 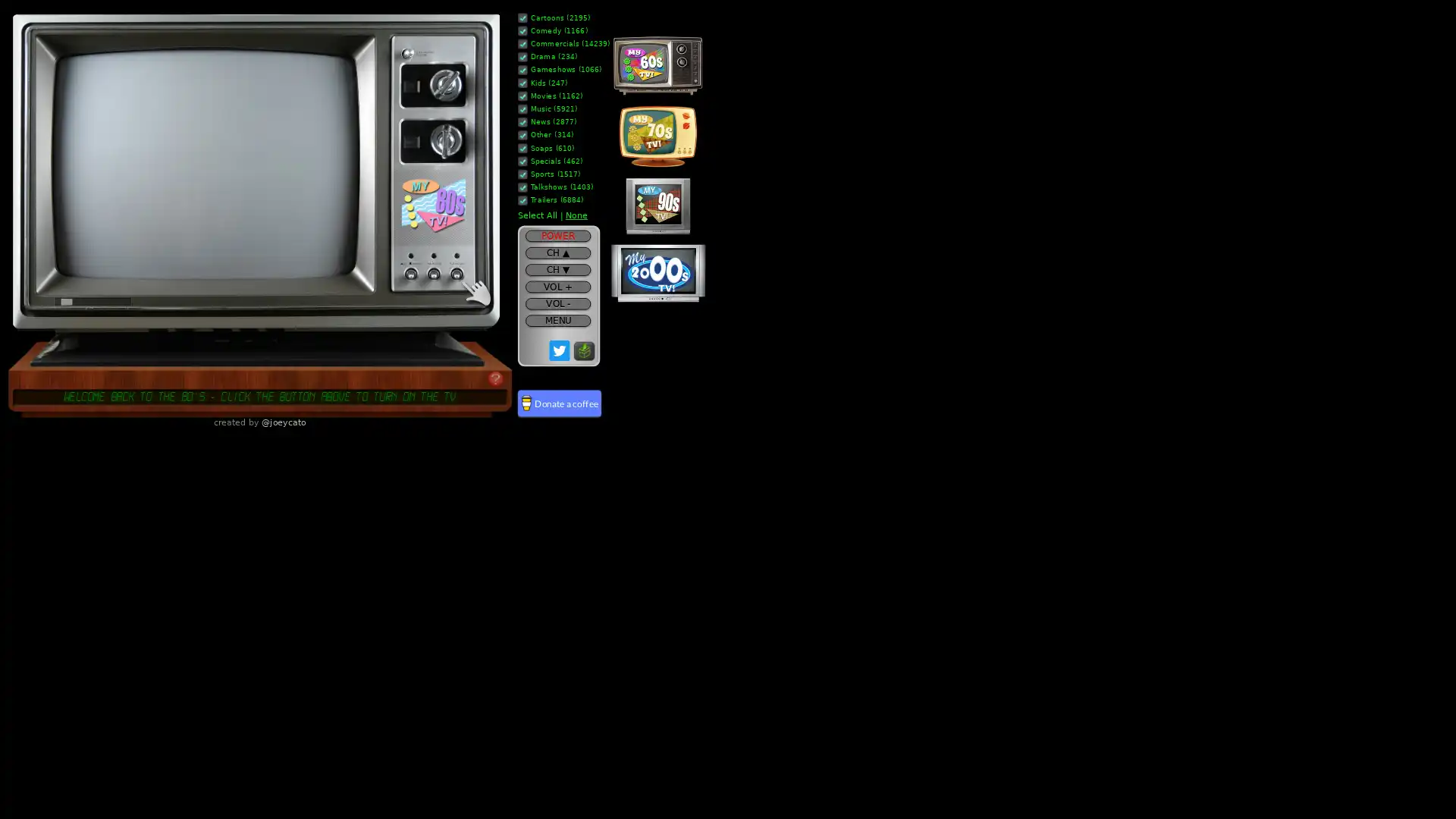 I want to click on CH, so click(x=557, y=268).